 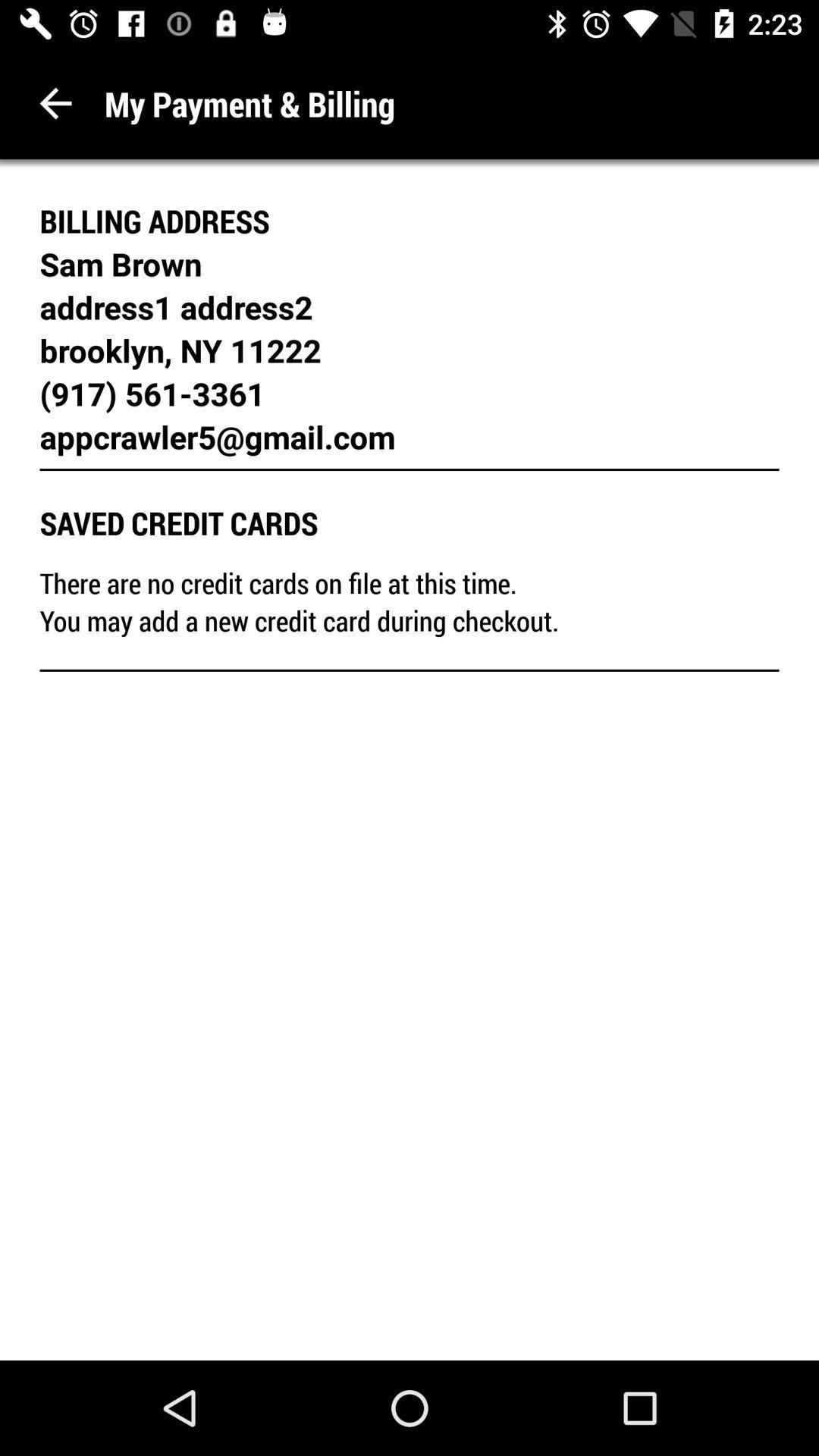 I want to click on the icon to the left of the my payment & billing, so click(x=55, y=102).